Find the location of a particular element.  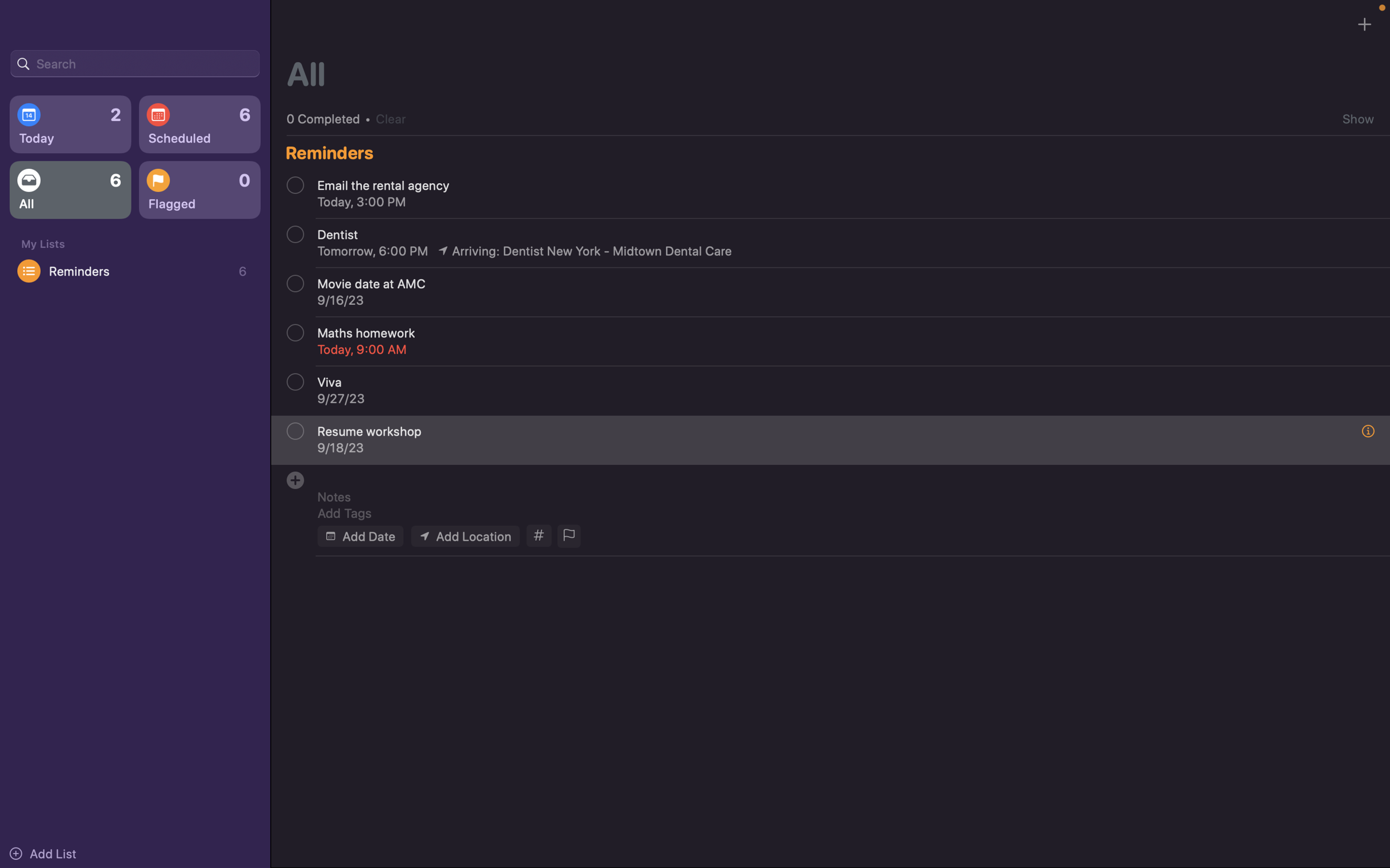

the date in new task as today is located at coordinates (359, 535).